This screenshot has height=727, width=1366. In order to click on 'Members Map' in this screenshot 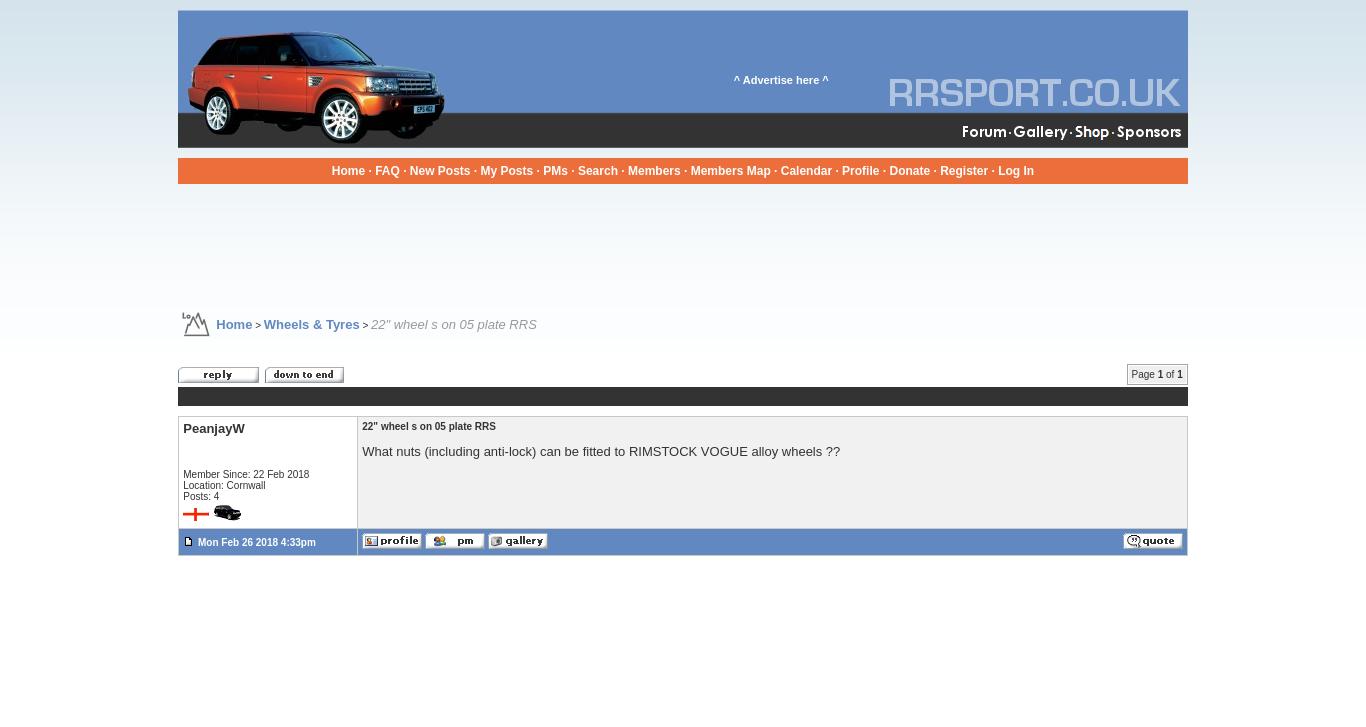, I will do `click(729, 170)`.